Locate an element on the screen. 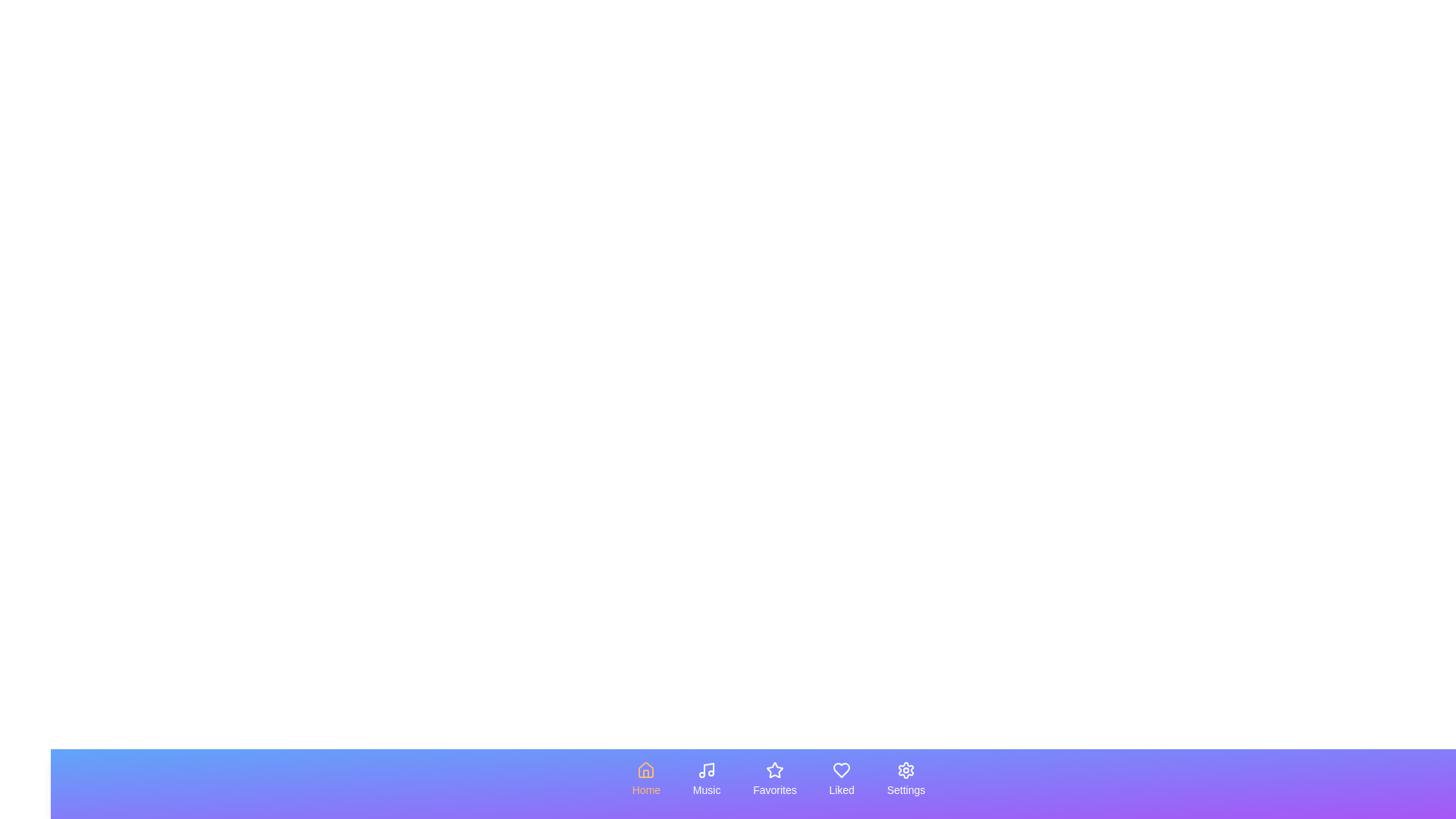 Image resolution: width=1456 pixels, height=819 pixels. the tab labeled Settings by clicking on its icon or label is located at coordinates (906, 780).